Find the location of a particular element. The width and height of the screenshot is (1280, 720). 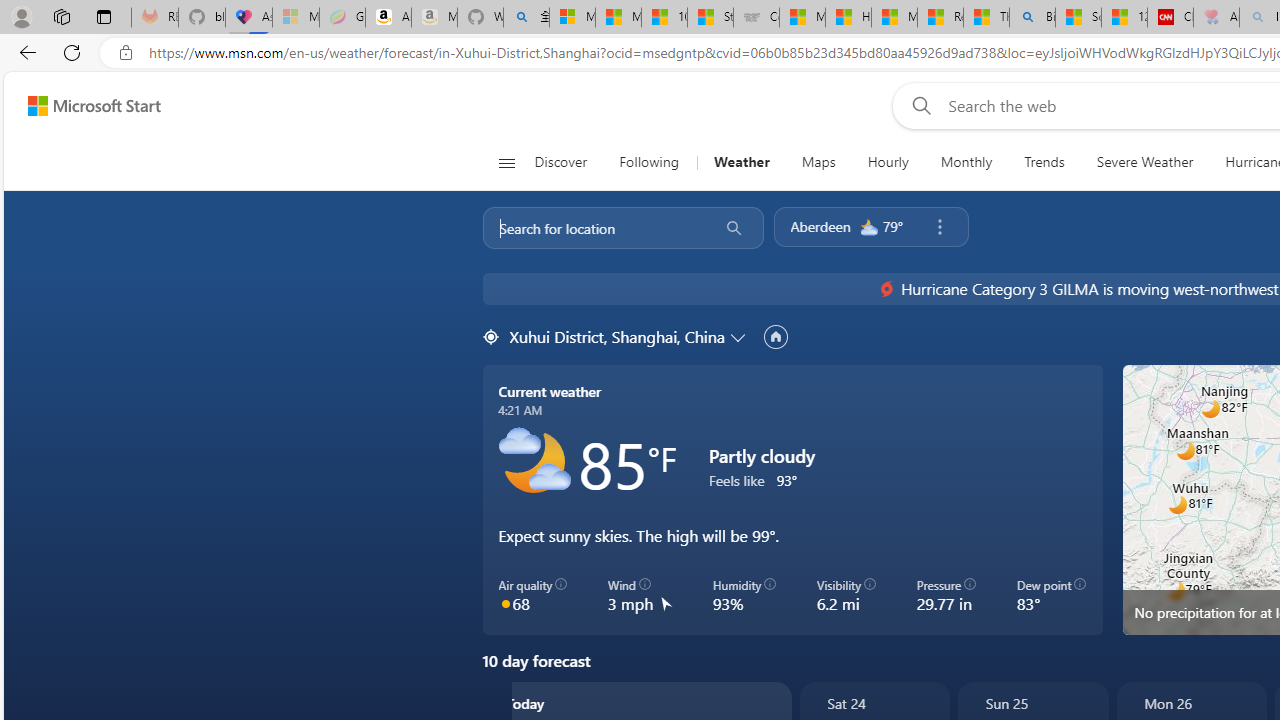

'Trends' is located at coordinates (1044, 162).